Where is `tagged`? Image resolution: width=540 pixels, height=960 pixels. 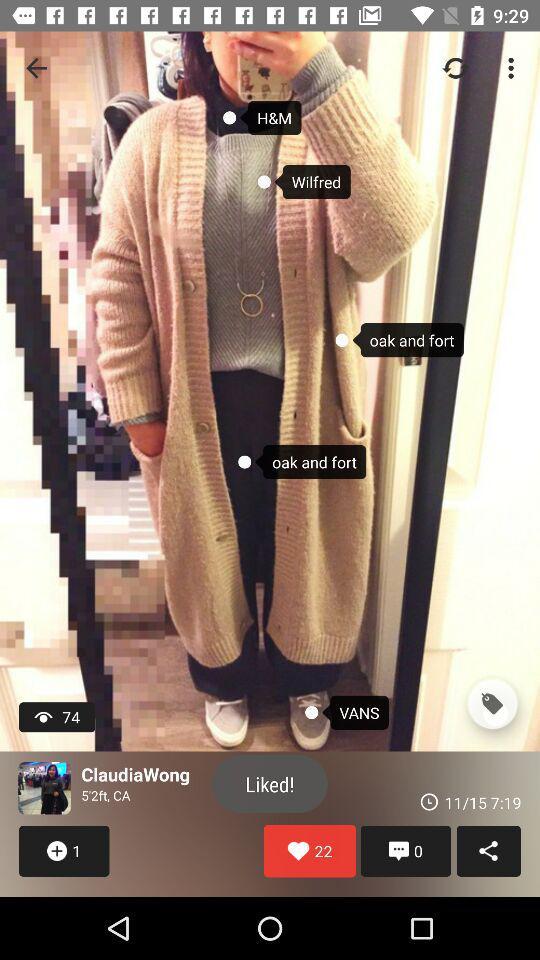
tagged is located at coordinates (491, 704).